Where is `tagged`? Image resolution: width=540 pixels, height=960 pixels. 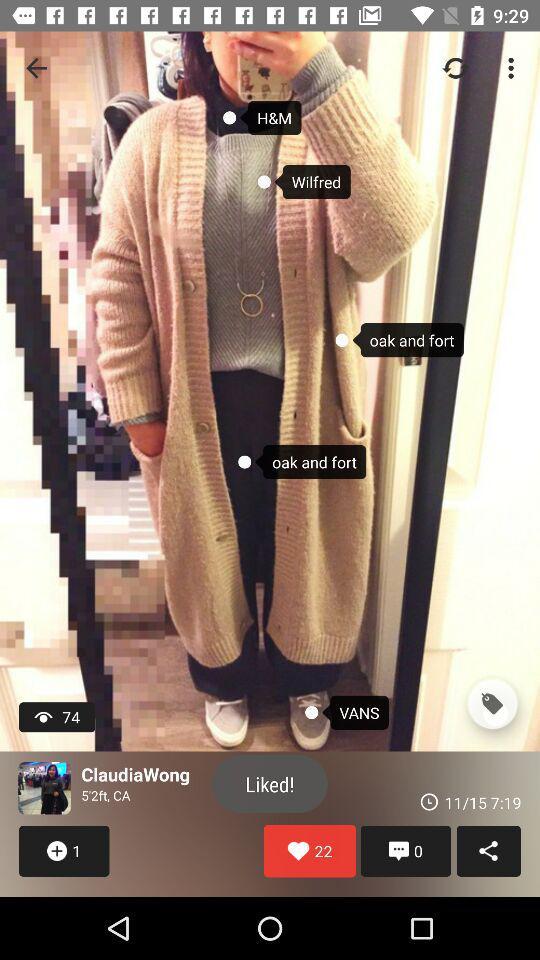
tagged is located at coordinates (491, 704).